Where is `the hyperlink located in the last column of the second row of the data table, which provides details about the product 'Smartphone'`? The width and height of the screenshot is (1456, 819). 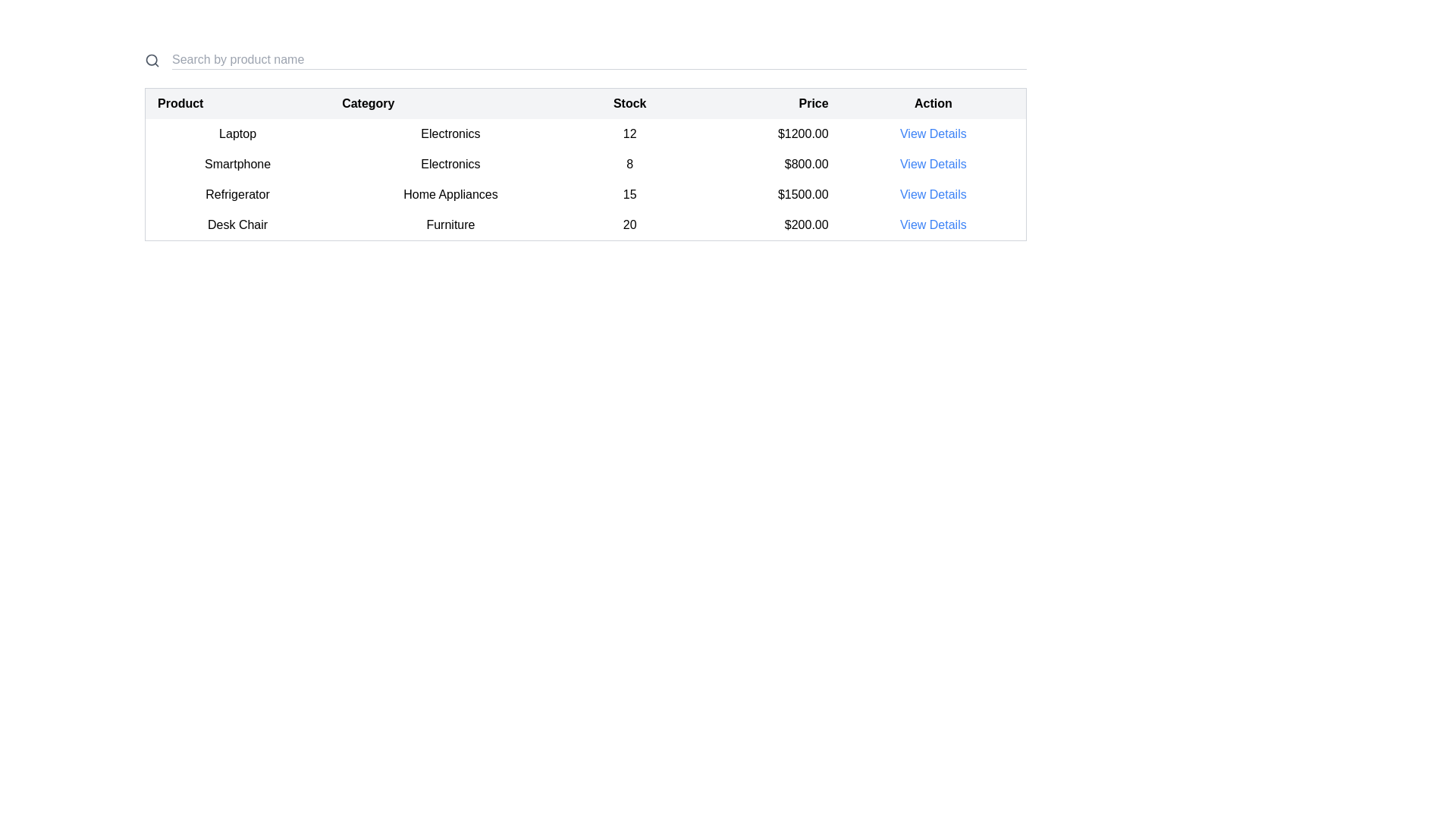 the hyperlink located in the last column of the second row of the data table, which provides details about the product 'Smartphone' is located at coordinates (932, 164).